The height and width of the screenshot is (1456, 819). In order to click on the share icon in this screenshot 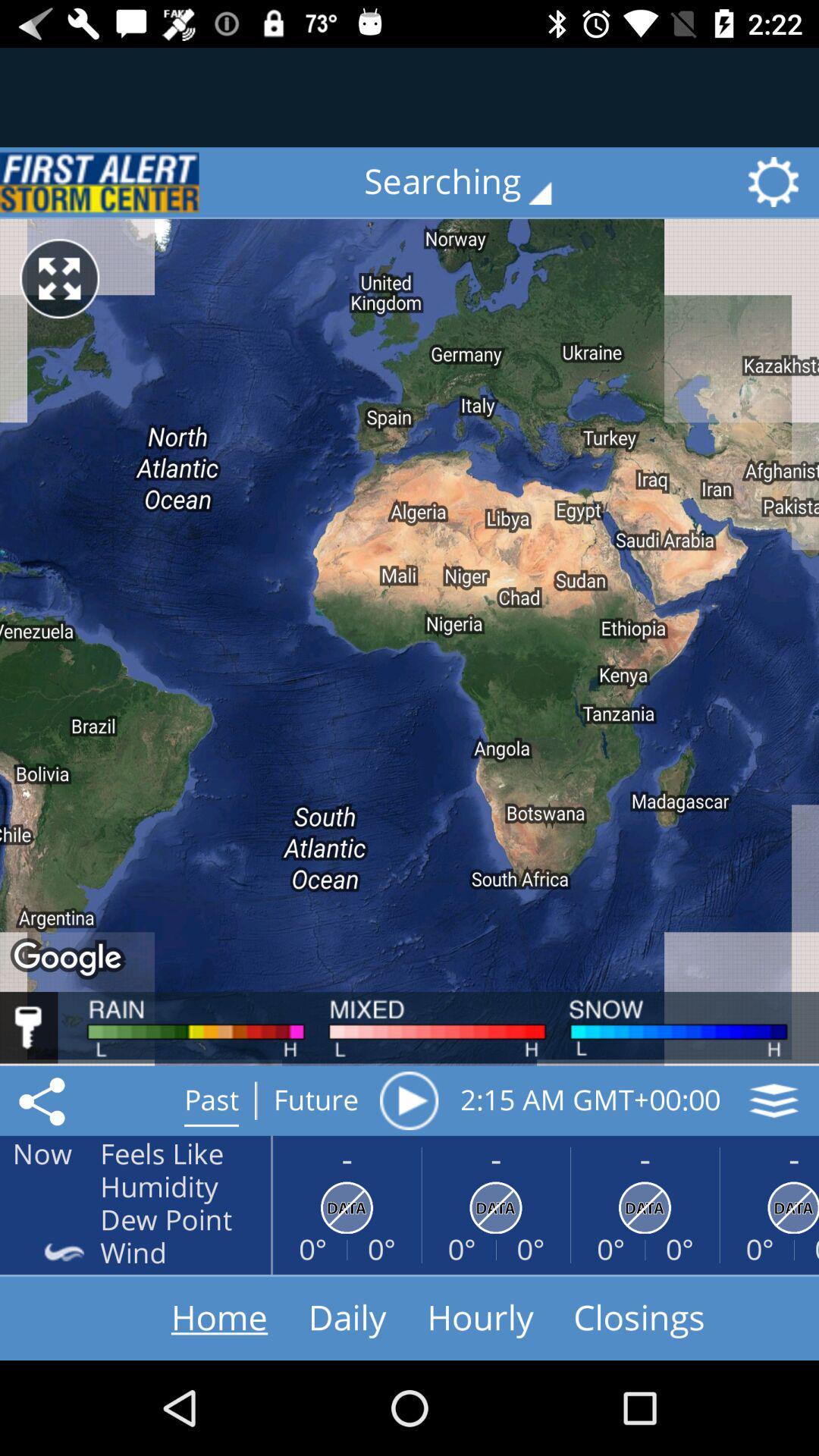, I will do `click(44, 1100)`.